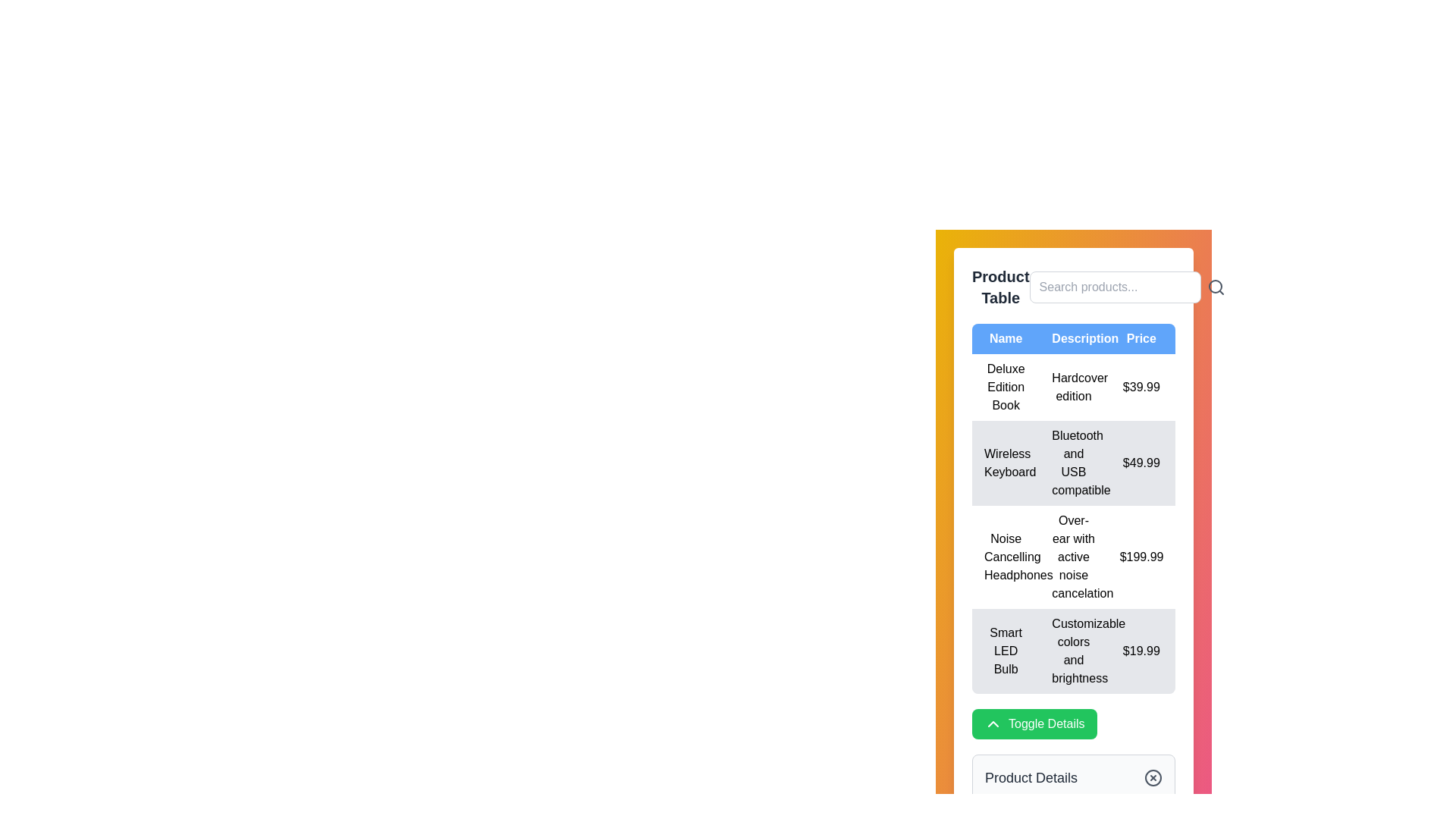  Describe the element at coordinates (1073, 287) in the screenshot. I see `the text input field located in the top right corner of the header area, adjacent to the 'Product Table' text` at that location.